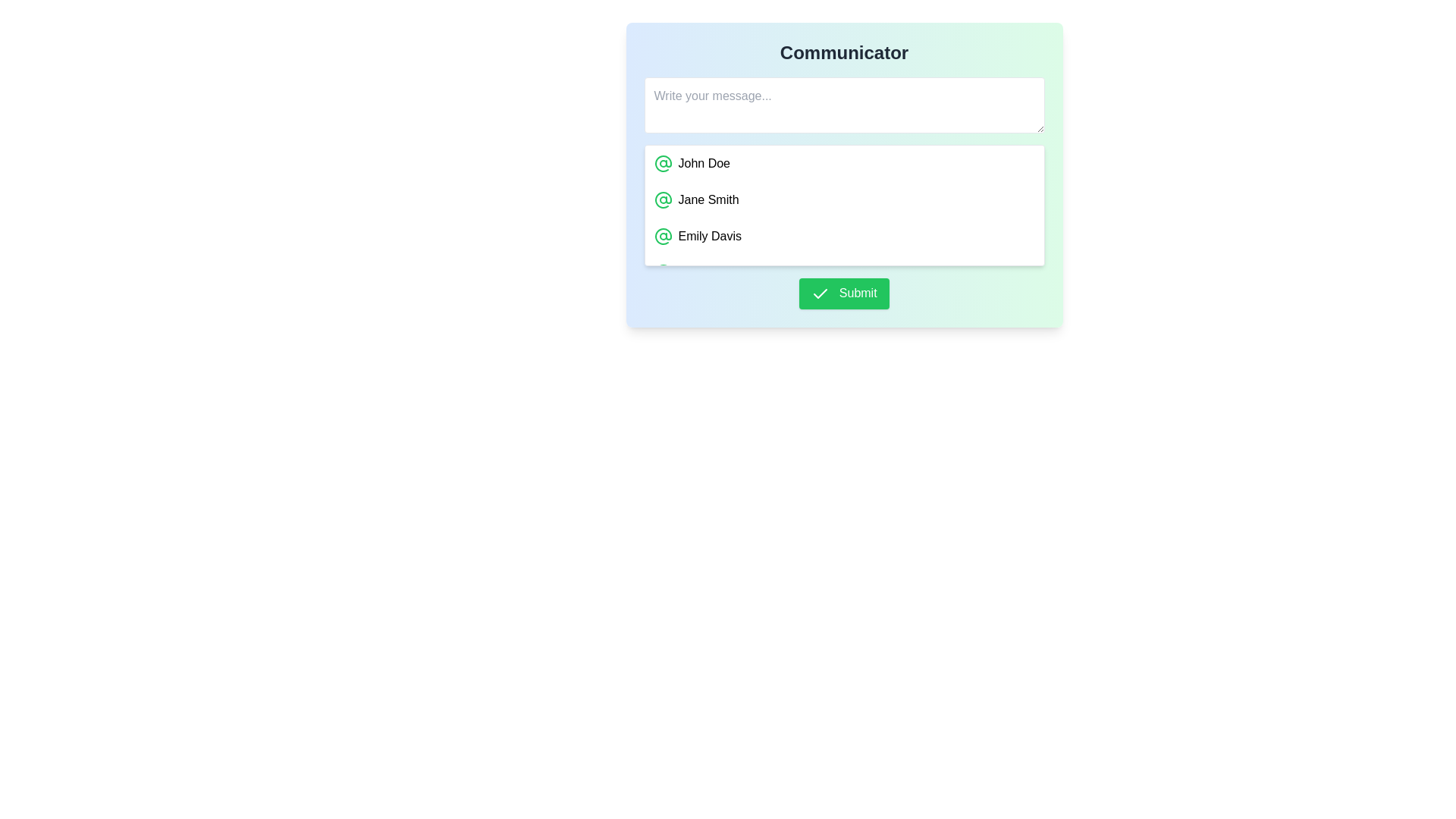 The height and width of the screenshot is (819, 1456). What do you see at coordinates (843, 199) in the screenshot?
I see `the selectable list item for 'Jane Smith'` at bounding box center [843, 199].